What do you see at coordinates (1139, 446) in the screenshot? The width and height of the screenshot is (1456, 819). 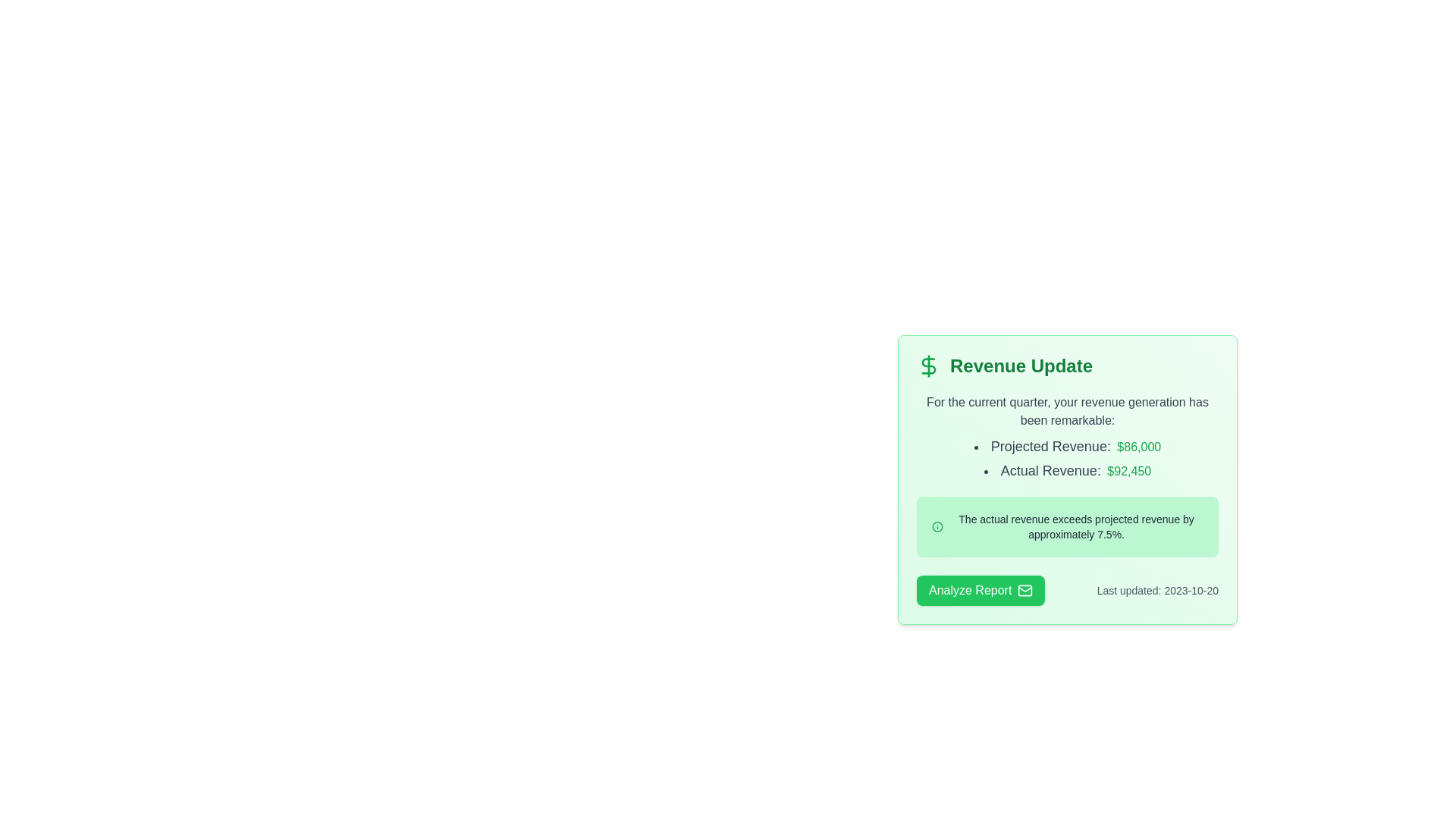 I see `the green Text Label displaying the monetary value '$86,000', which is adjacent to the label 'Projected Revenue:' in a bulleted list` at bounding box center [1139, 446].